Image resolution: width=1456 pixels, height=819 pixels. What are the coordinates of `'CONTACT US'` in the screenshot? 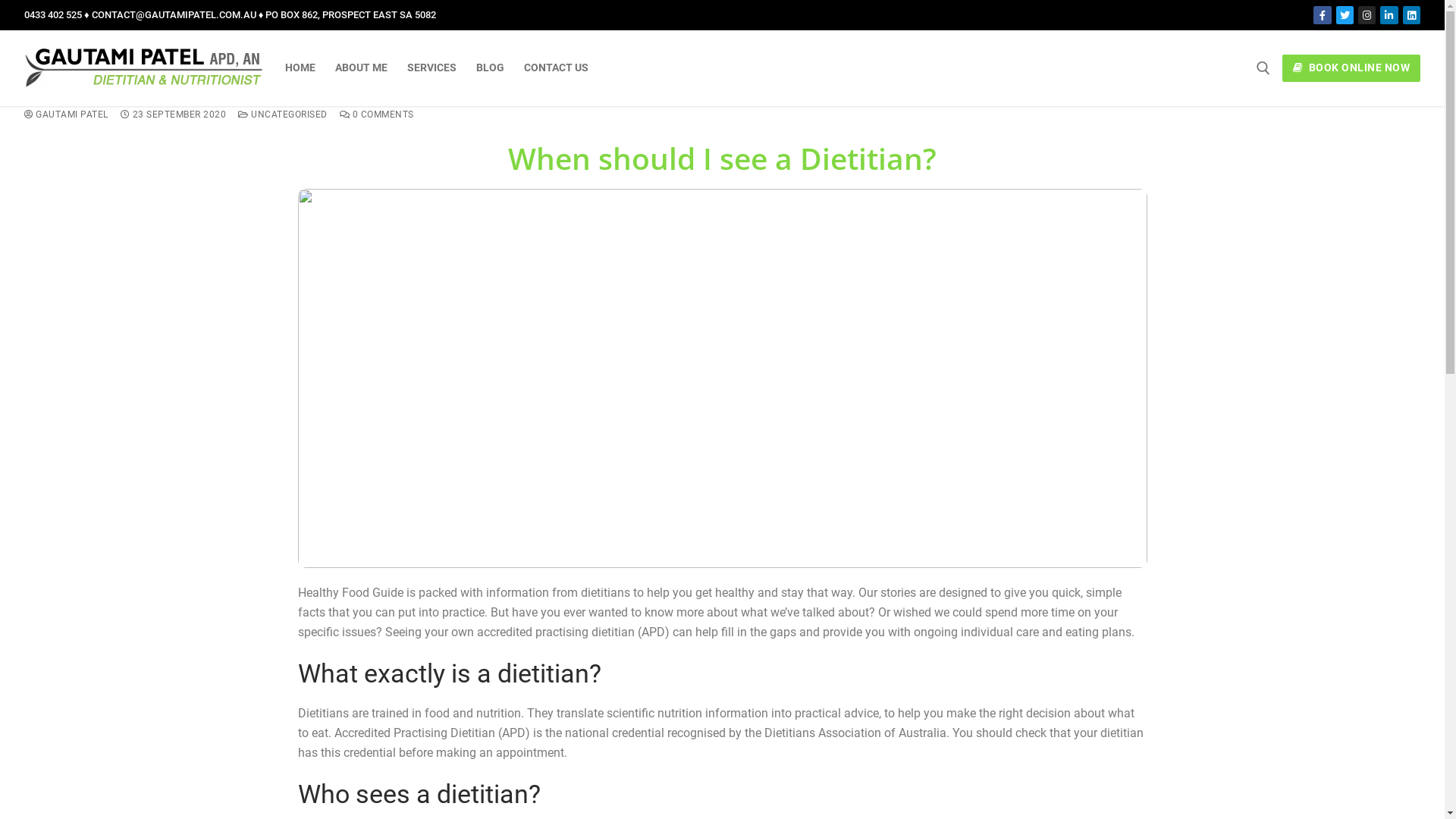 It's located at (555, 67).